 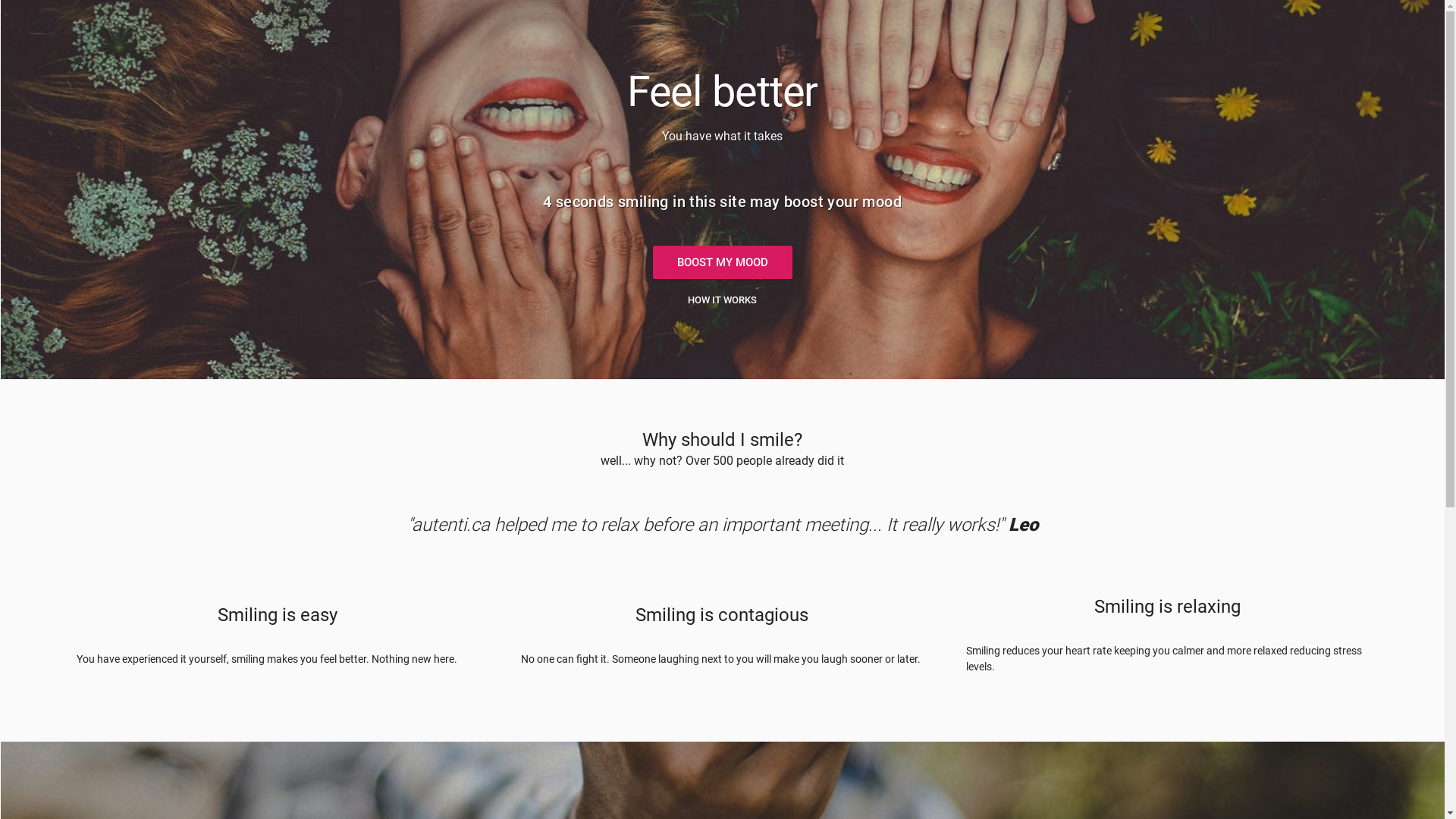 What do you see at coordinates (721, 300) in the screenshot?
I see `'HOW IT WORKS'` at bounding box center [721, 300].